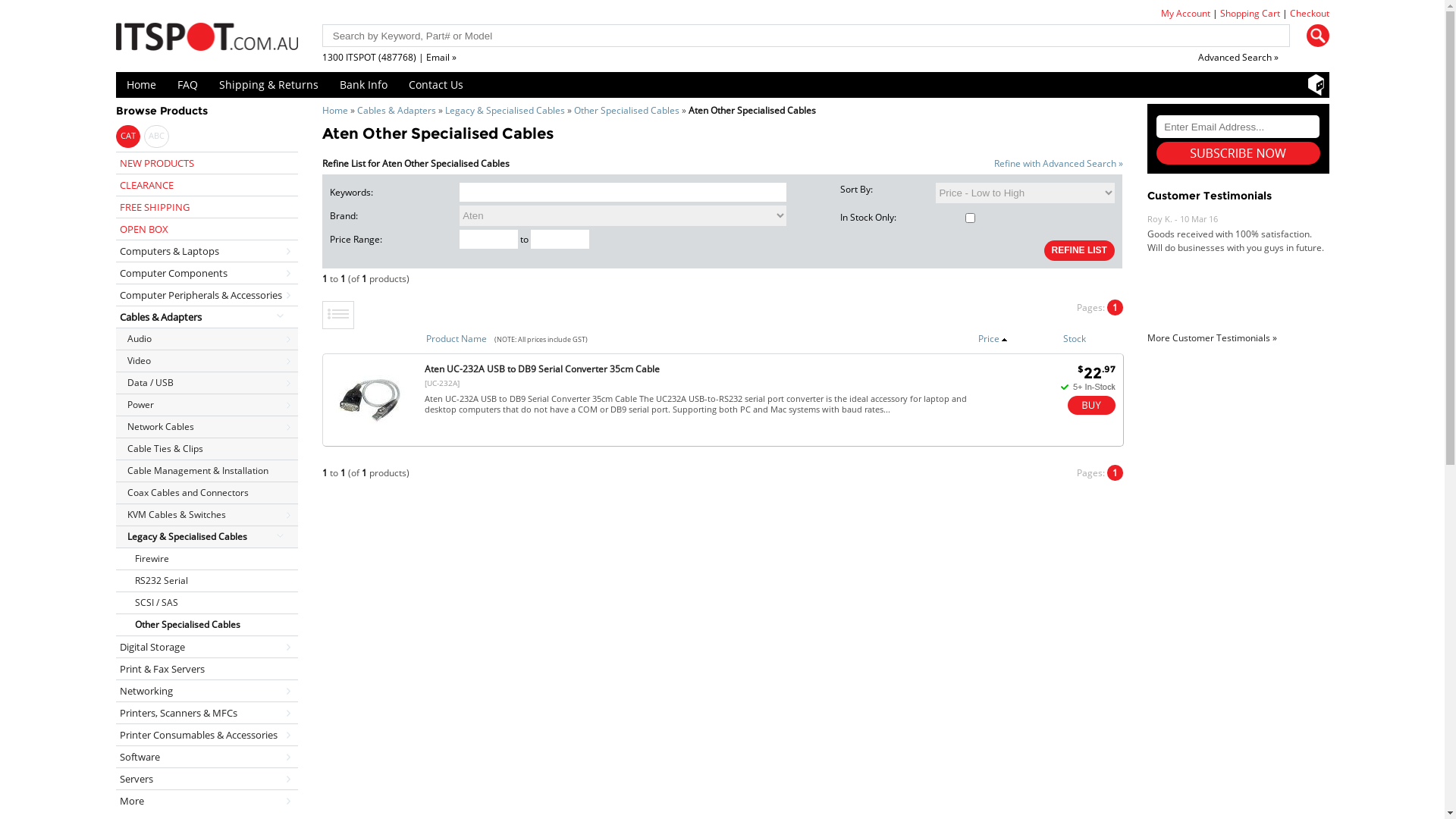 This screenshot has height=819, width=1456. Describe the element at coordinates (206, 162) in the screenshot. I see `'NEW PRODUCTS'` at that location.